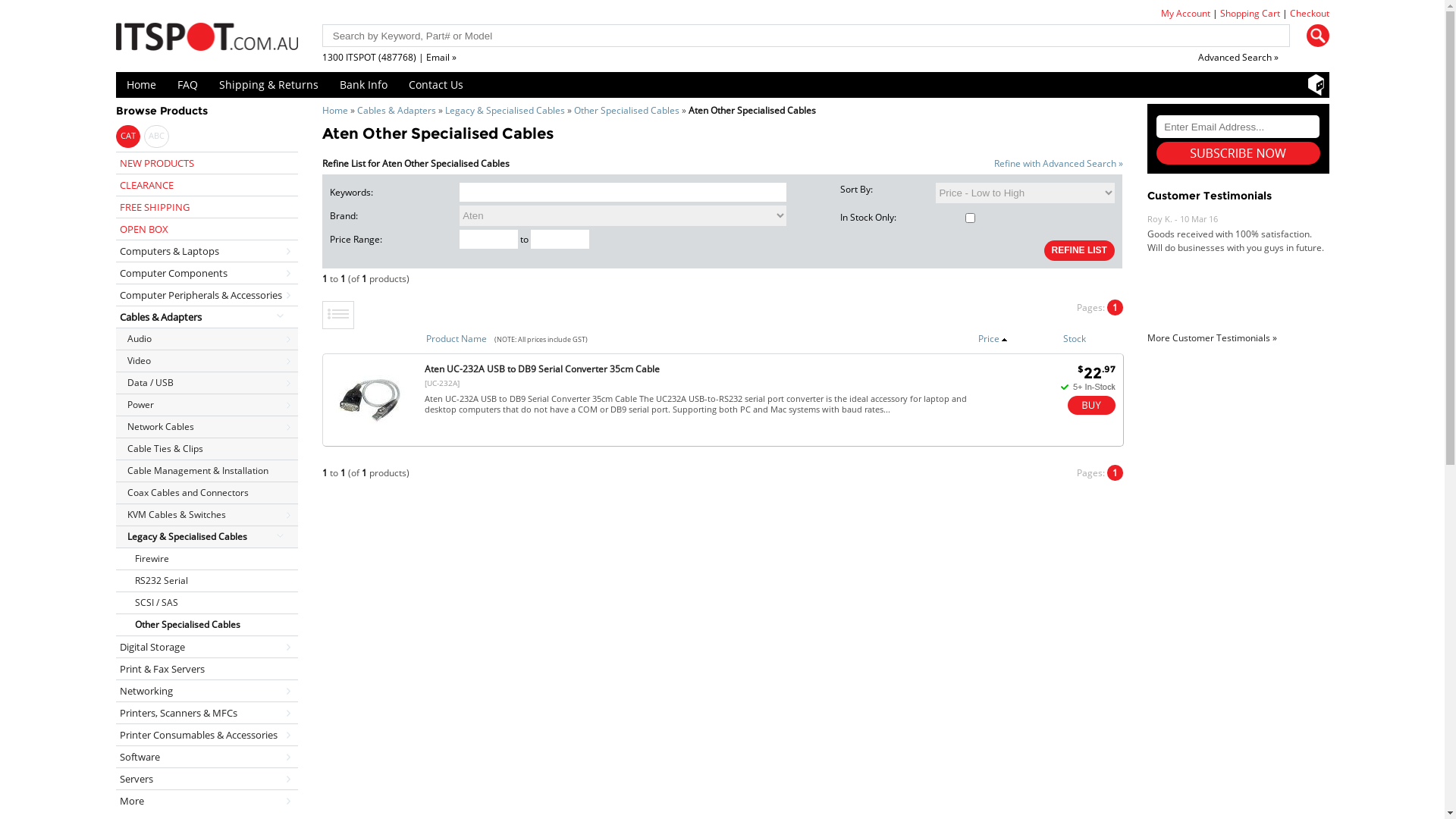 This screenshot has height=819, width=1456. Describe the element at coordinates (206, 162) in the screenshot. I see `'NEW PRODUCTS'` at that location.